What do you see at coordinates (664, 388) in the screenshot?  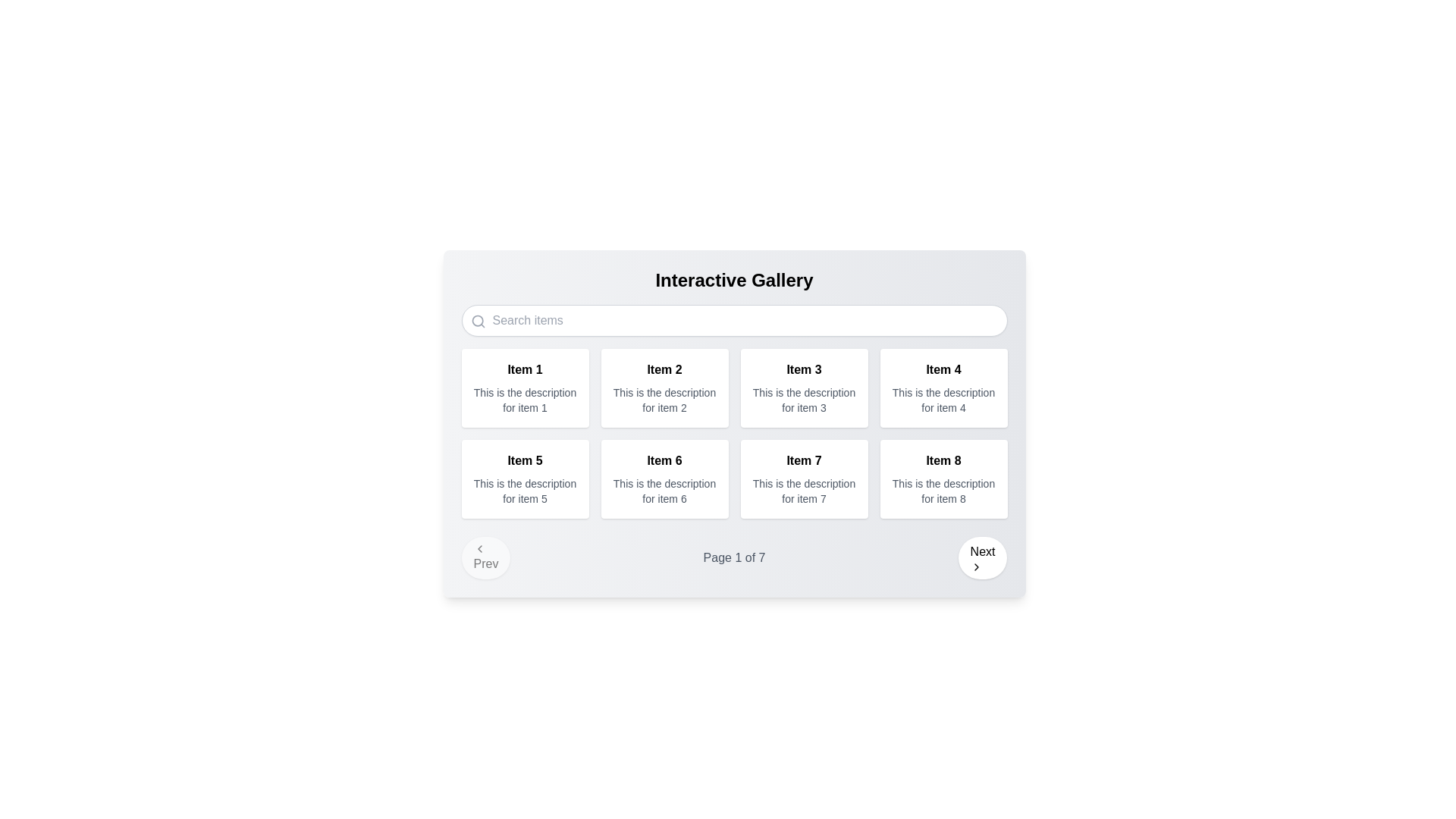 I see `display card for 'Item 2', which is the second card in a grid layout, positioned in the top row and second column, located between 'Item 1' and 'Item 3'` at bounding box center [664, 388].